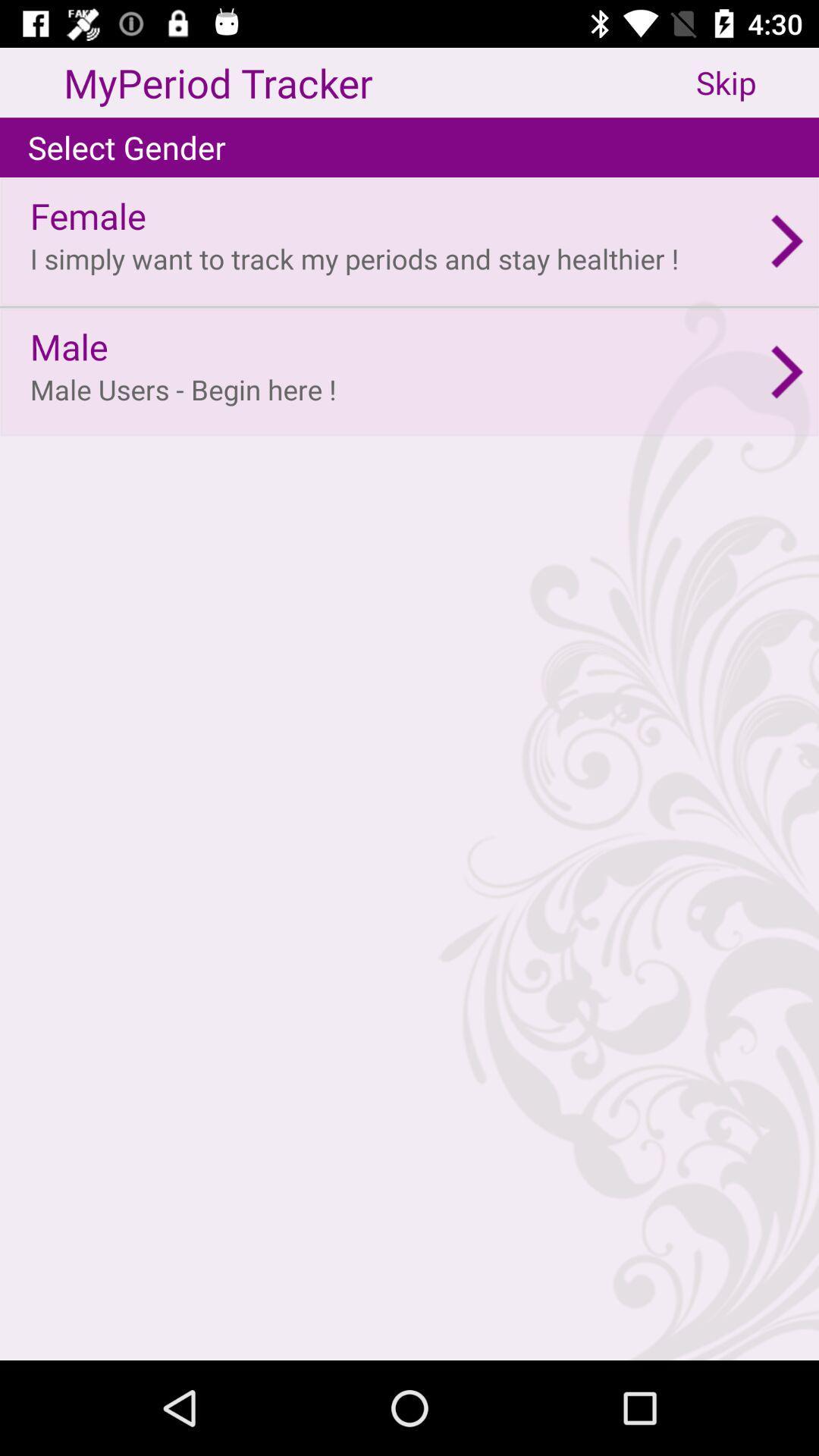  What do you see at coordinates (758, 82) in the screenshot?
I see `the item to the right of the myperiod tracker` at bounding box center [758, 82].